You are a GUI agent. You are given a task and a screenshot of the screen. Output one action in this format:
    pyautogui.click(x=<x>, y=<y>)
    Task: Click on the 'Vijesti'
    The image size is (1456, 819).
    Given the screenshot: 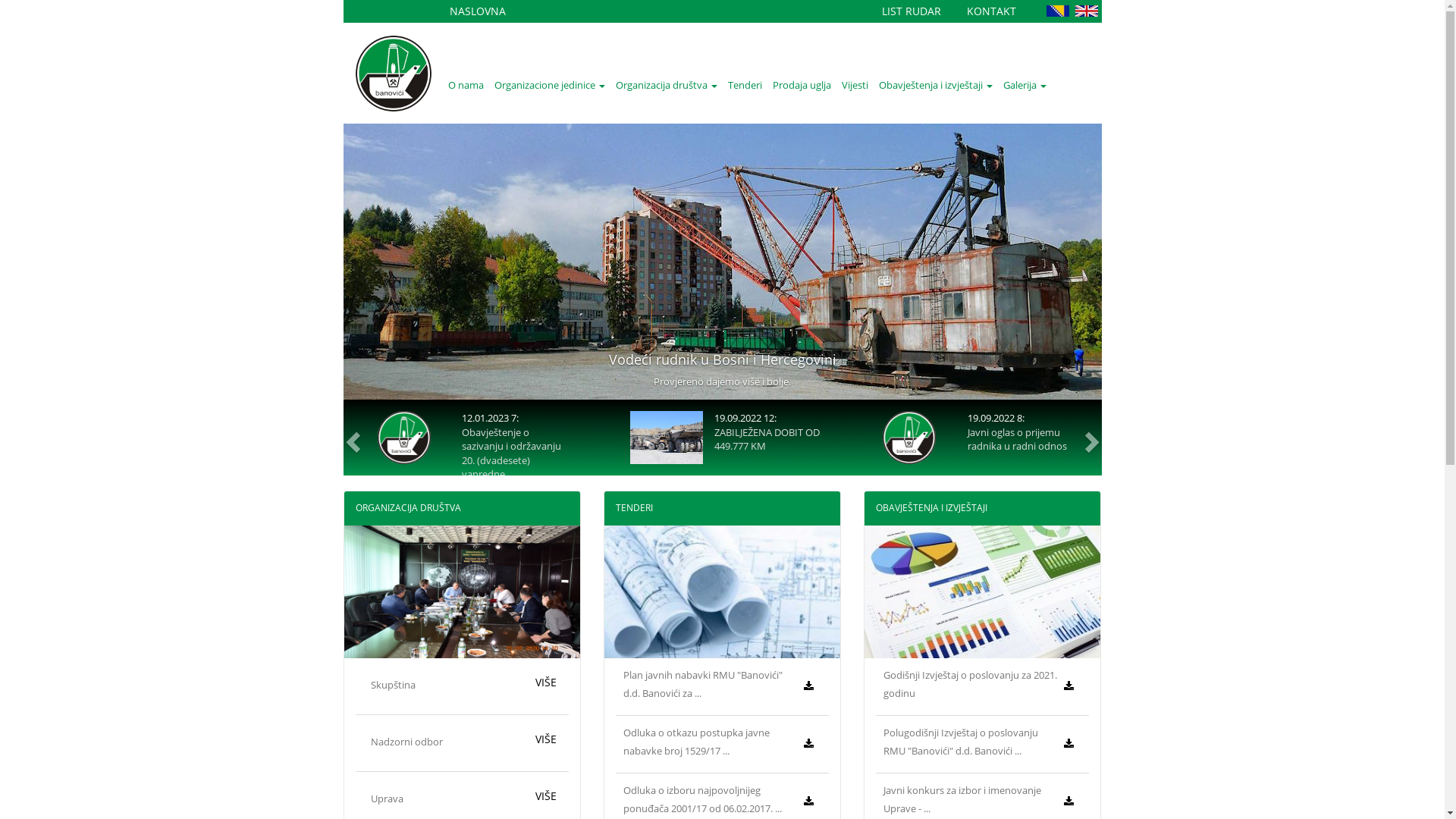 What is the action you would take?
    pyautogui.click(x=854, y=84)
    